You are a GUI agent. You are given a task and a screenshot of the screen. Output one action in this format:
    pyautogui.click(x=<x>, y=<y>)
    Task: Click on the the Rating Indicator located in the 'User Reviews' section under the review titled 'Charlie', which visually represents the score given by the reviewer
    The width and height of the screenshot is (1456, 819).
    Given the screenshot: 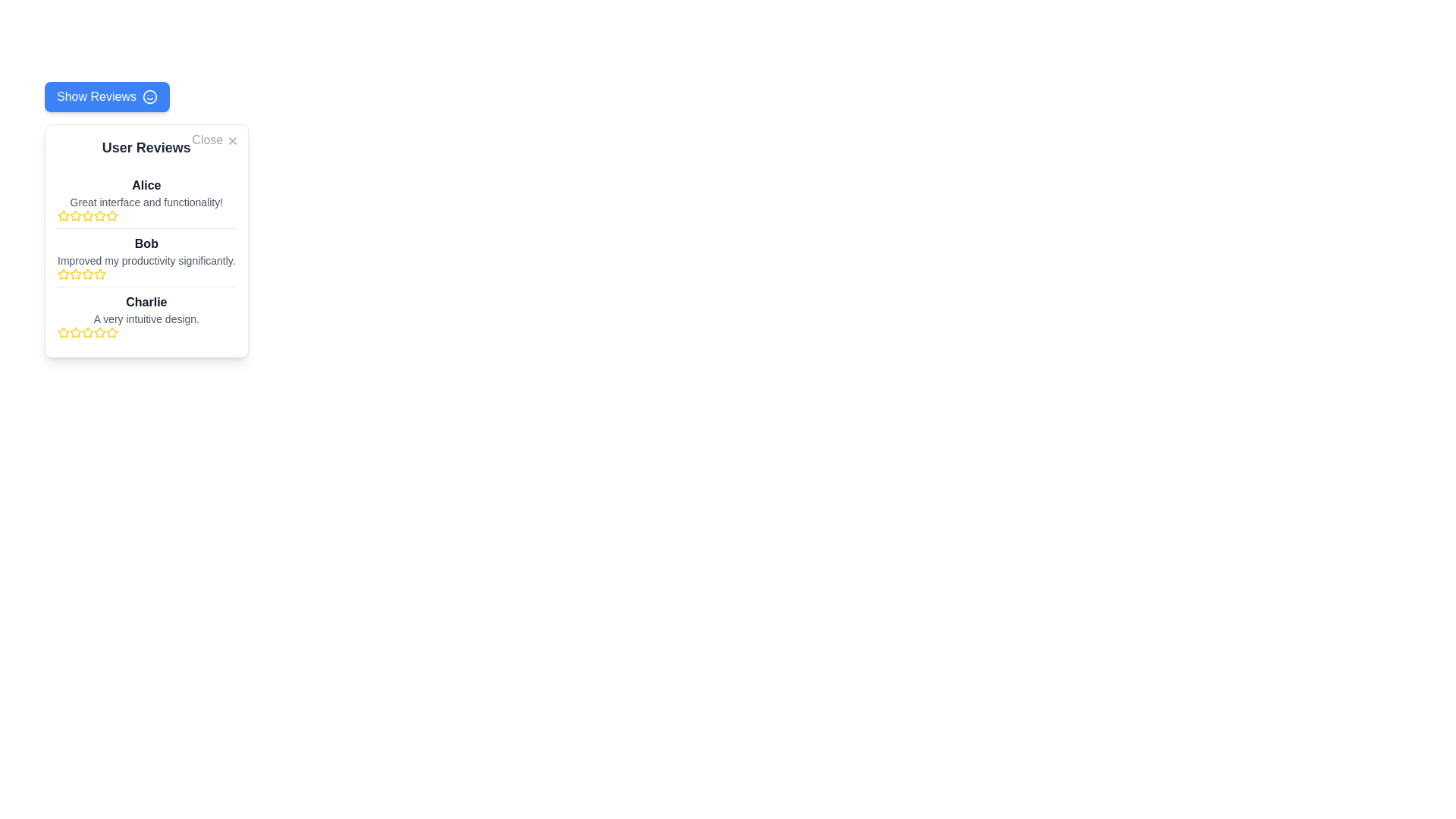 What is the action you would take?
    pyautogui.click(x=146, y=332)
    